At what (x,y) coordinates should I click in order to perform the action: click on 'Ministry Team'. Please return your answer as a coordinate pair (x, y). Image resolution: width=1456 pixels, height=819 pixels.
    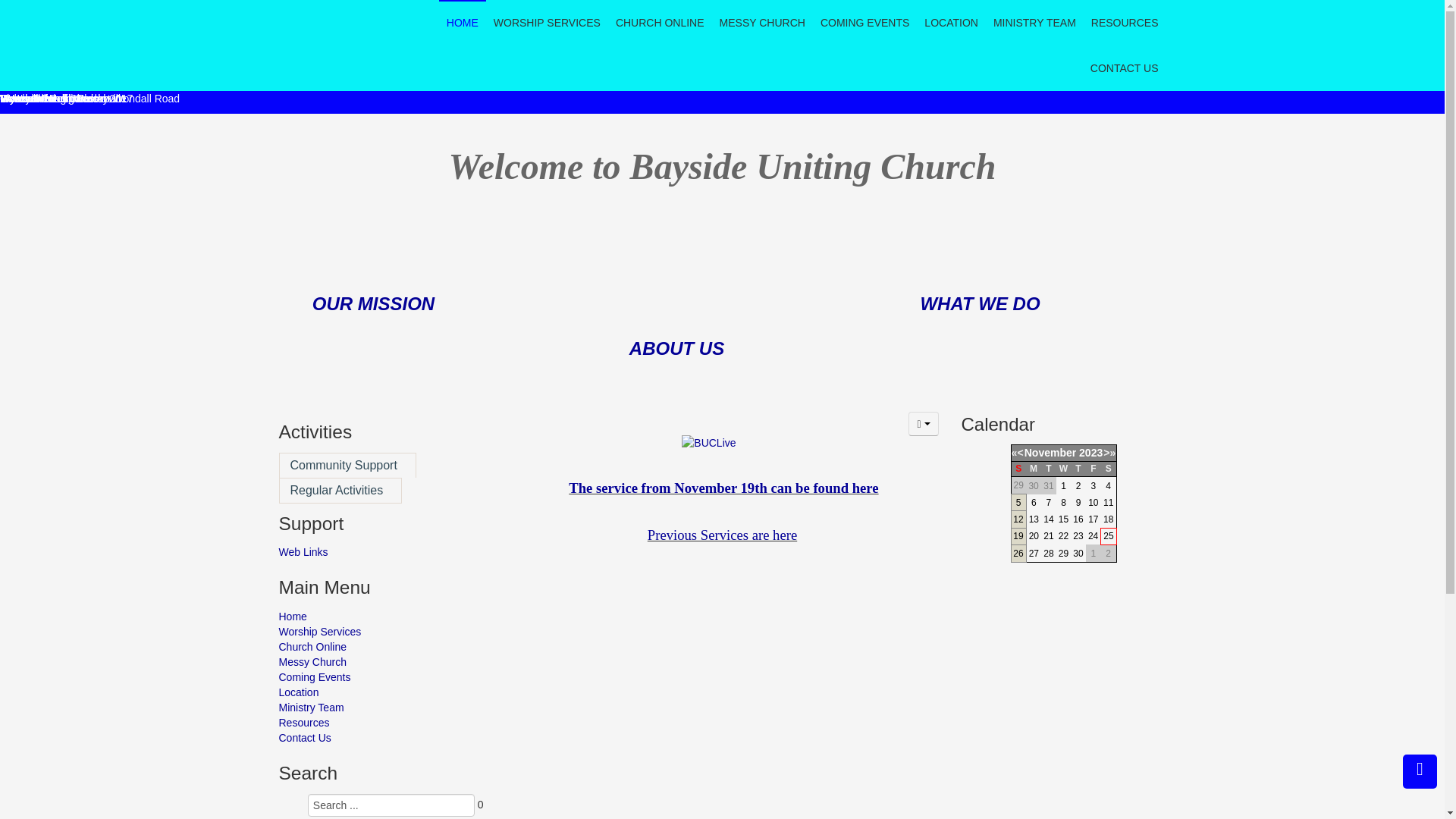
    Looking at the image, I should click on (381, 708).